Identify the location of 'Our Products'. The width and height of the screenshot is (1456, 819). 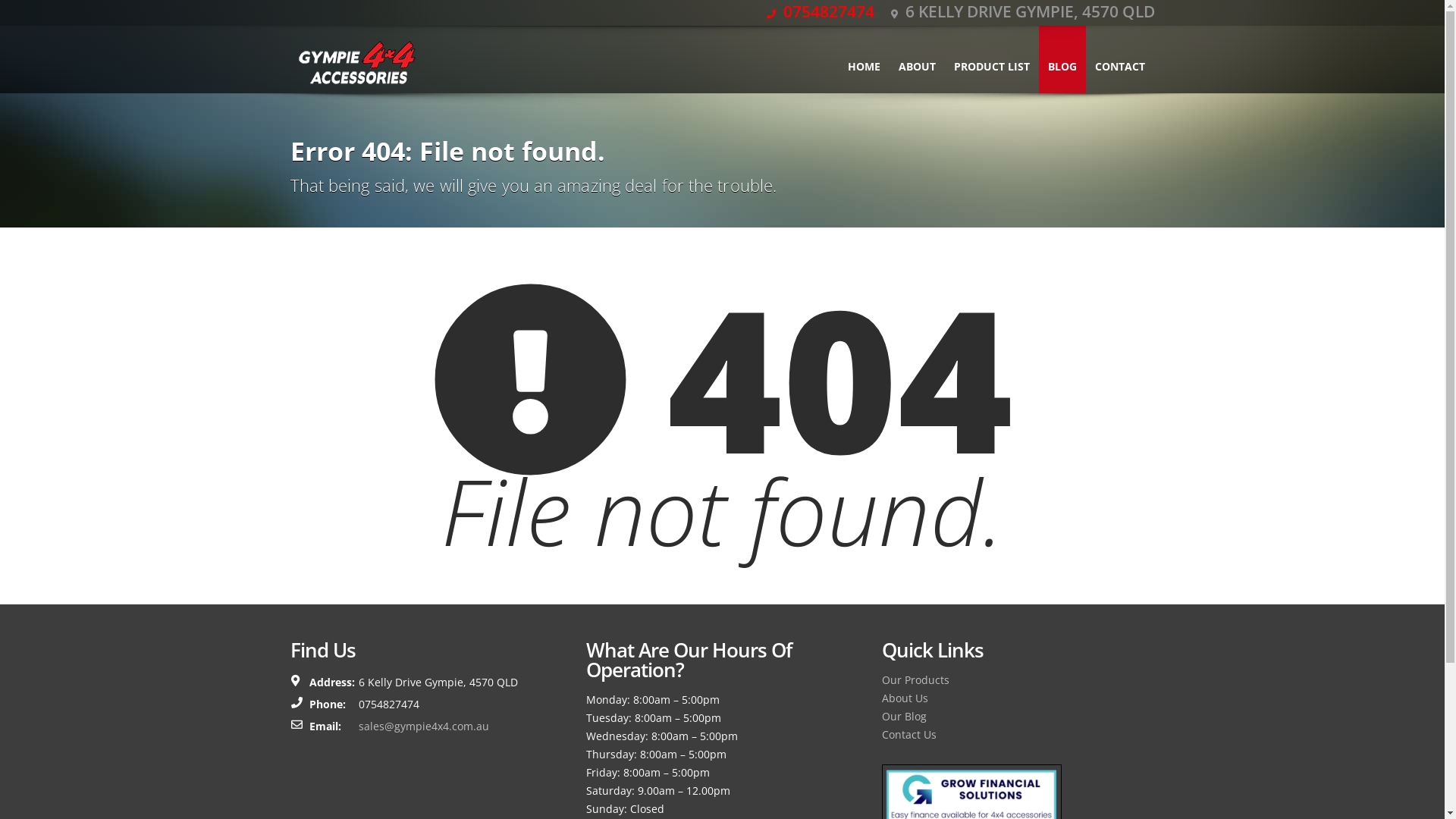
(914, 679).